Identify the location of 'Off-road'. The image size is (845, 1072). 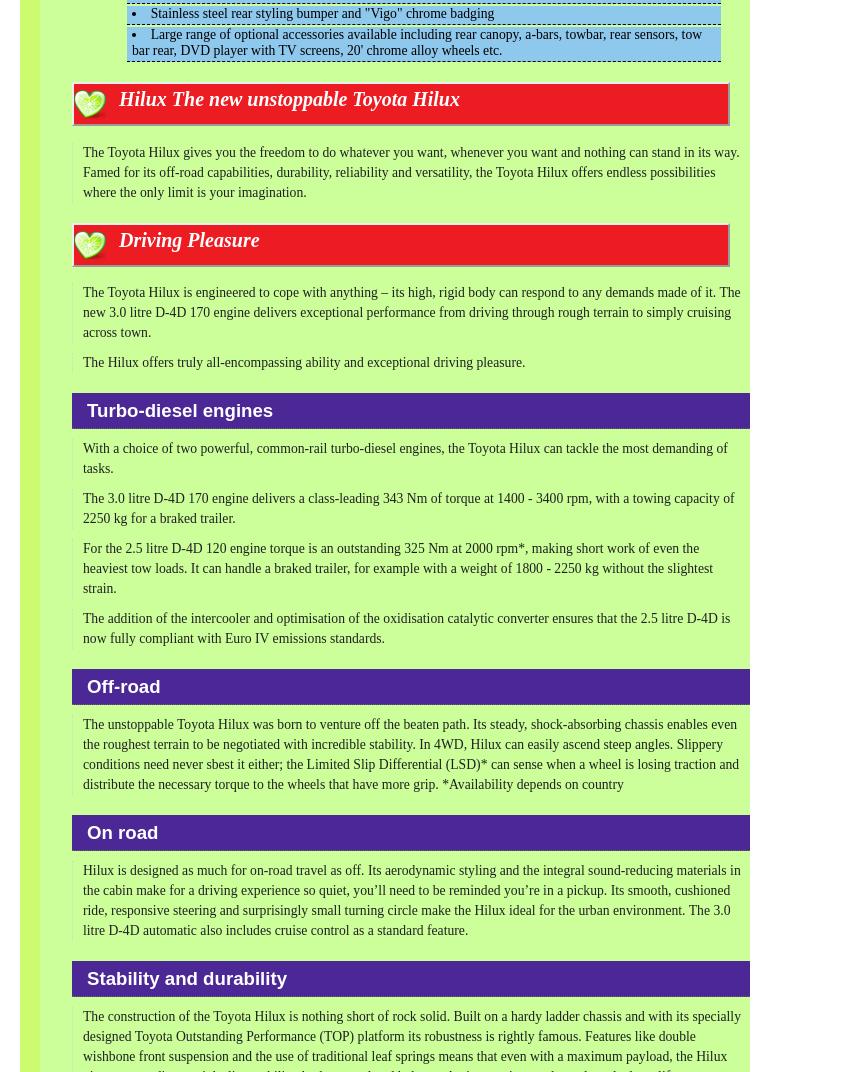
(87, 685).